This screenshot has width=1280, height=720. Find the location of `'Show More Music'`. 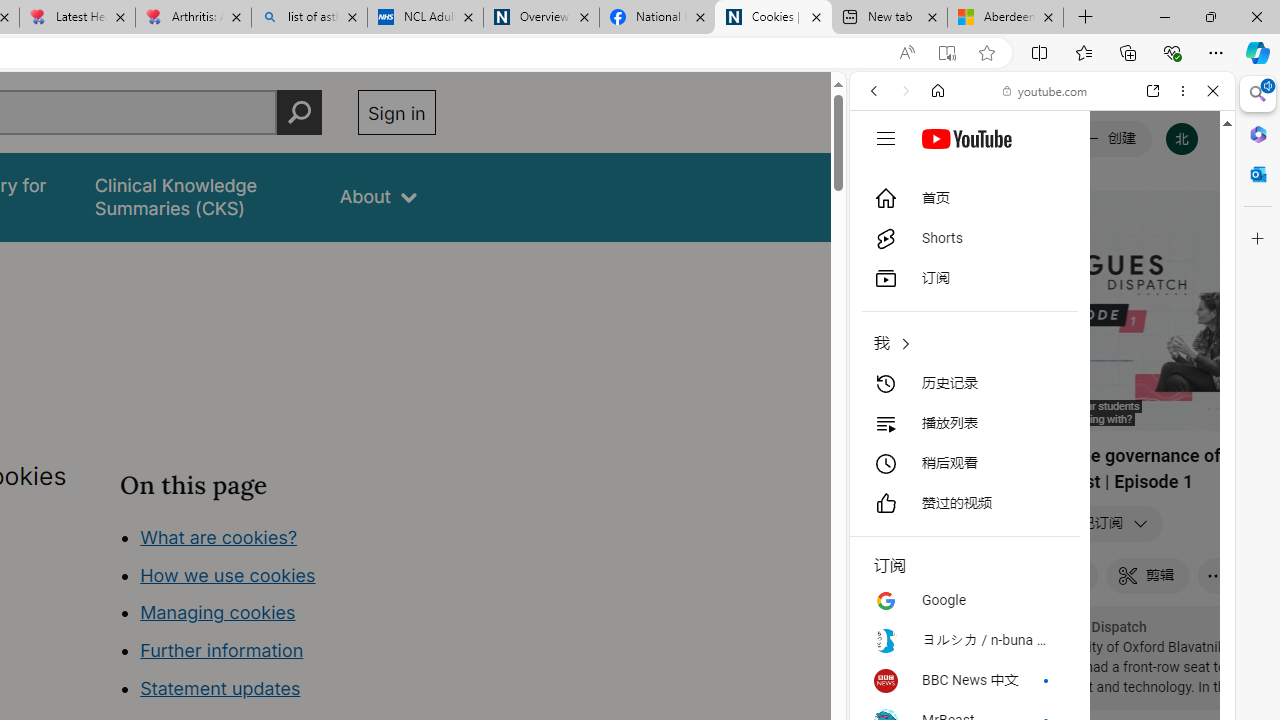

'Show More Music' is located at coordinates (1164, 546).